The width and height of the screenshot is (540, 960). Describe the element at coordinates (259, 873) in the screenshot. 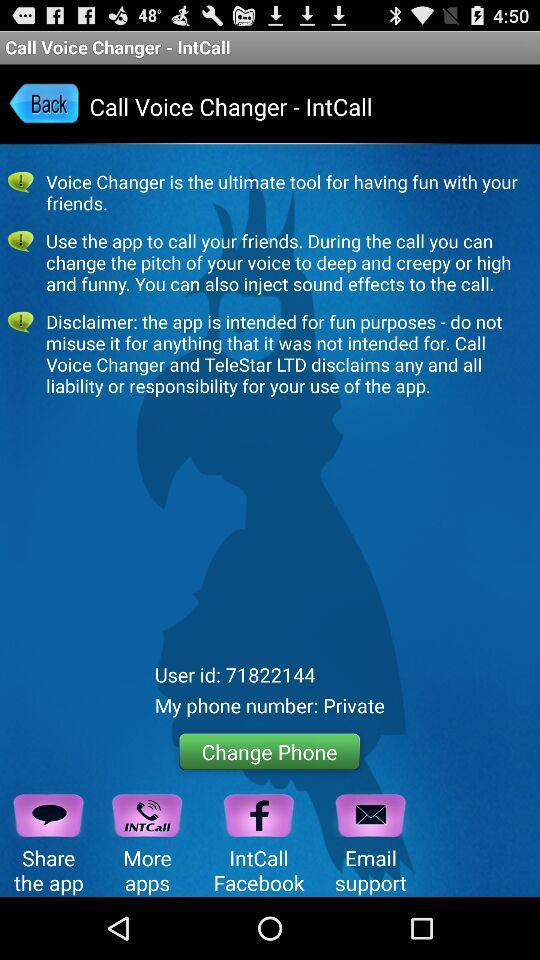

I see `the facebook icon` at that location.